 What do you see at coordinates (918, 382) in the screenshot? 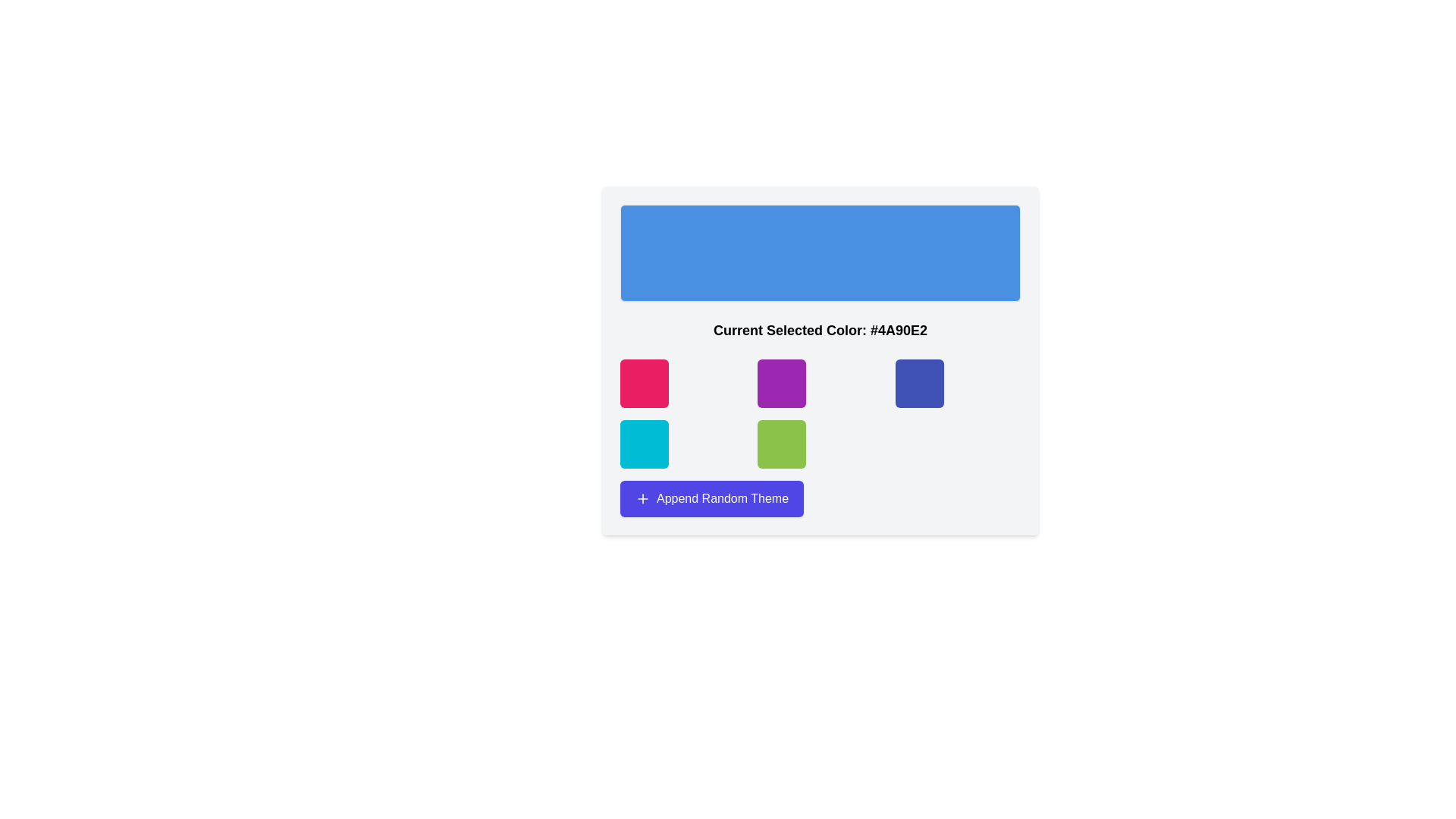
I see `the button` at bounding box center [918, 382].